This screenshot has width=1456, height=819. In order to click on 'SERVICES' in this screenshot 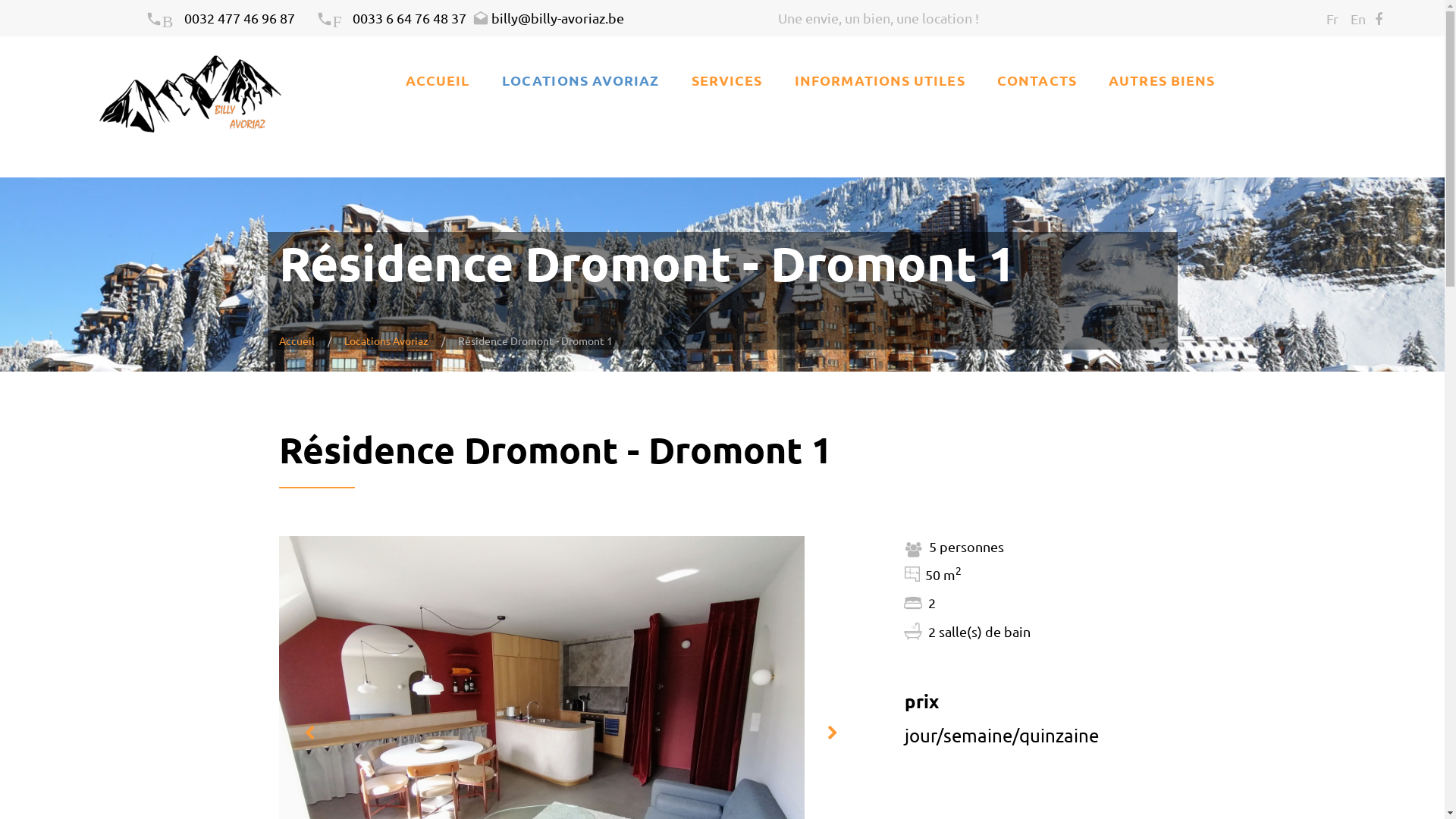, I will do `click(726, 80)`.